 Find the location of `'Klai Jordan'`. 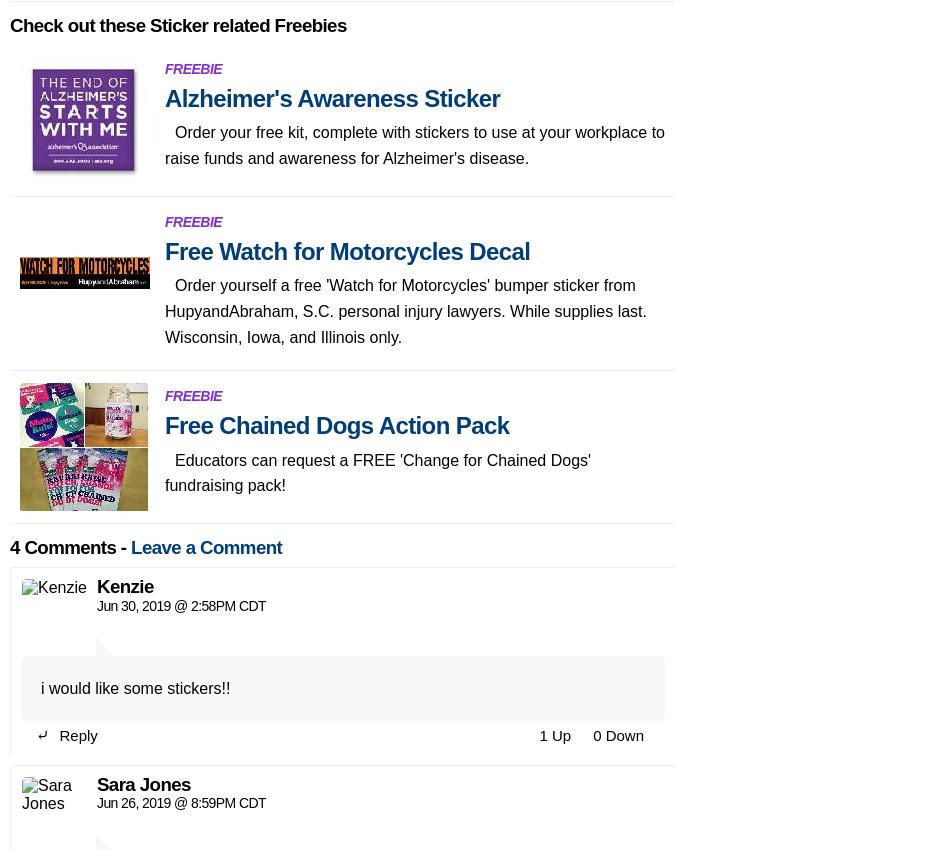

'Klai Jordan' is located at coordinates (144, 481).